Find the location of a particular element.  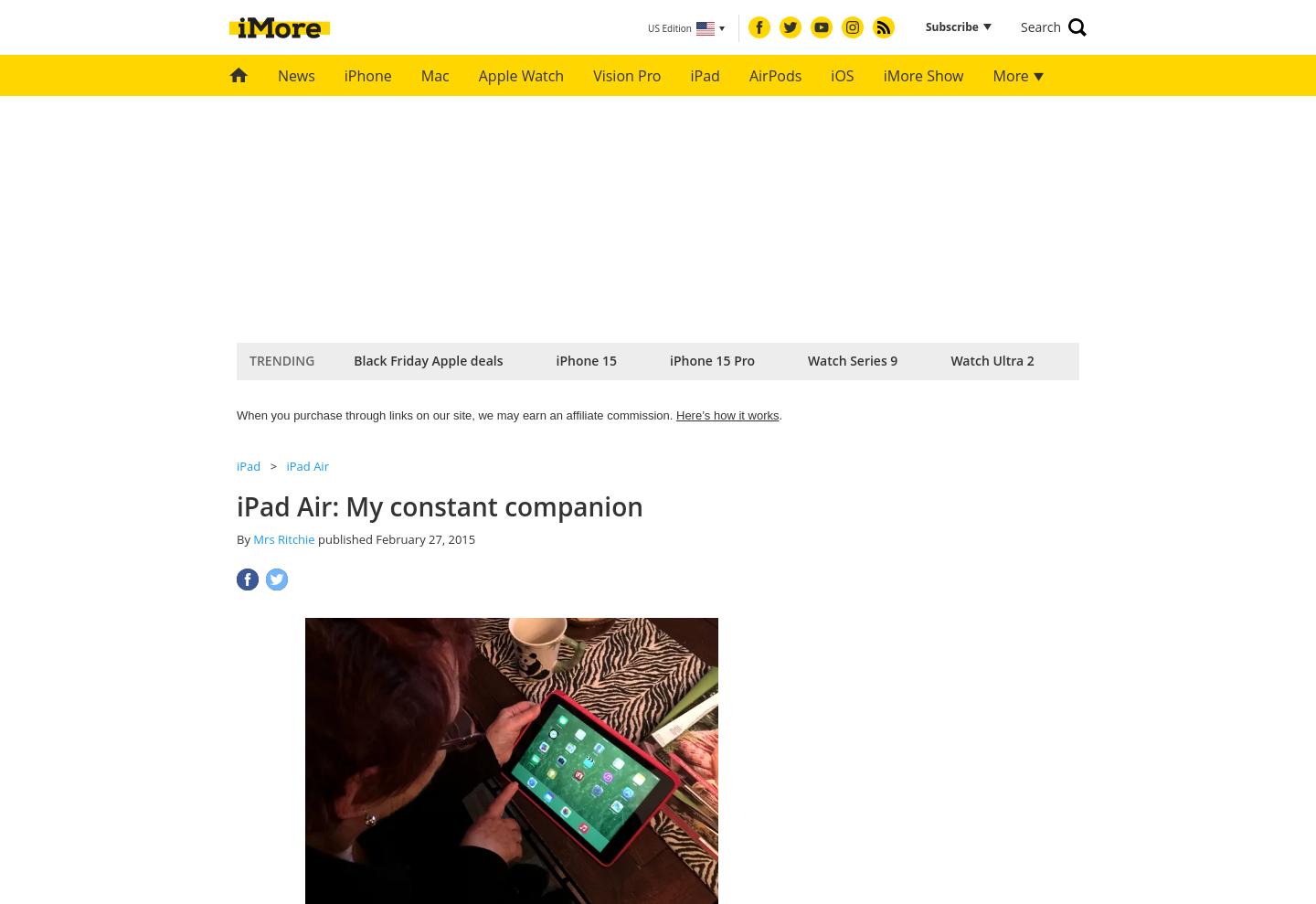

'Apple Guides & Specials' is located at coordinates (215, 119).